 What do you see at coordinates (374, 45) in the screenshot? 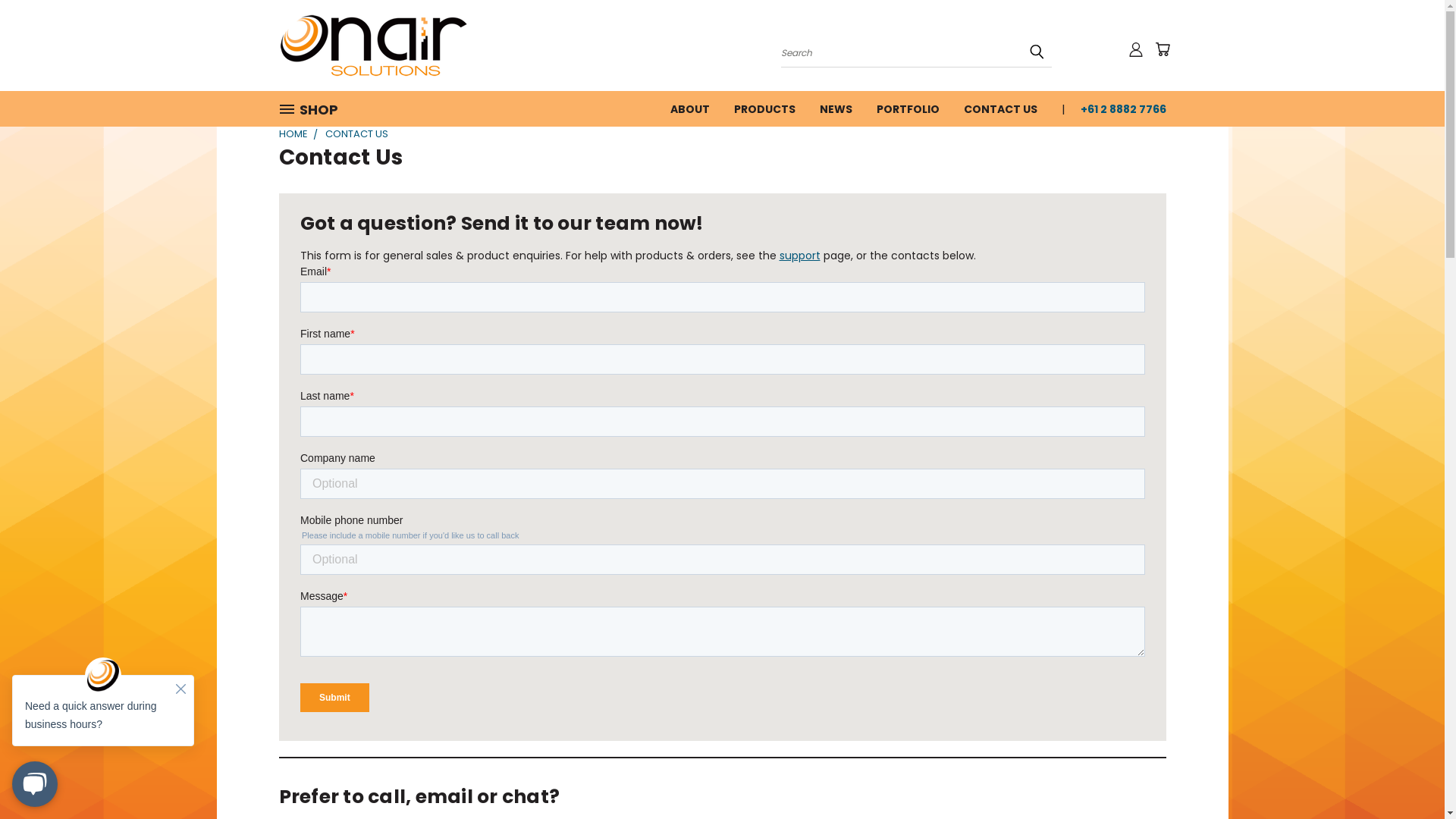
I see `'OnAir Solutions'` at bounding box center [374, 45].